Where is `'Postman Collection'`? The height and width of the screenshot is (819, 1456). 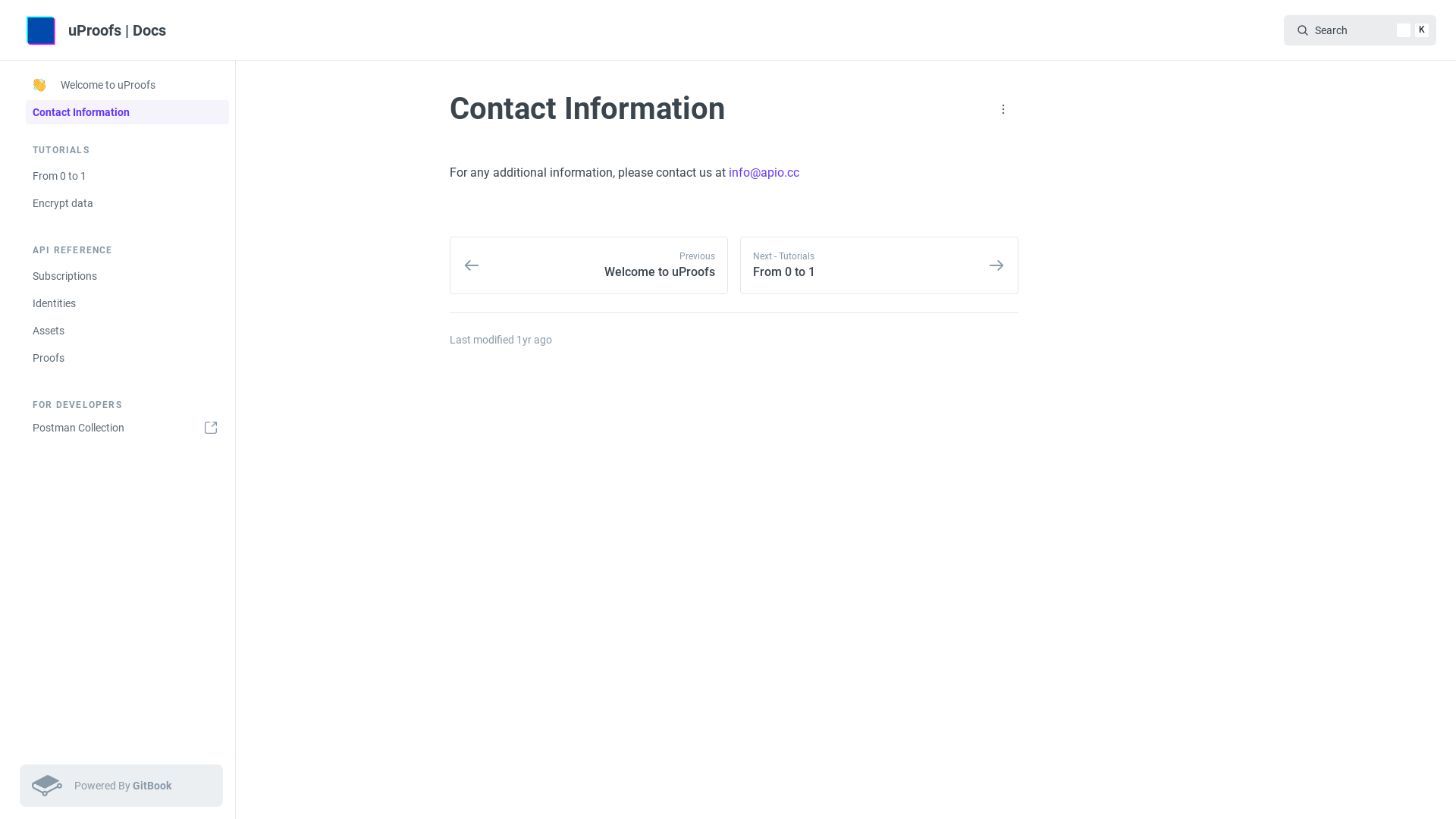 'Postman Collection' is located at coordinates (127, 427).